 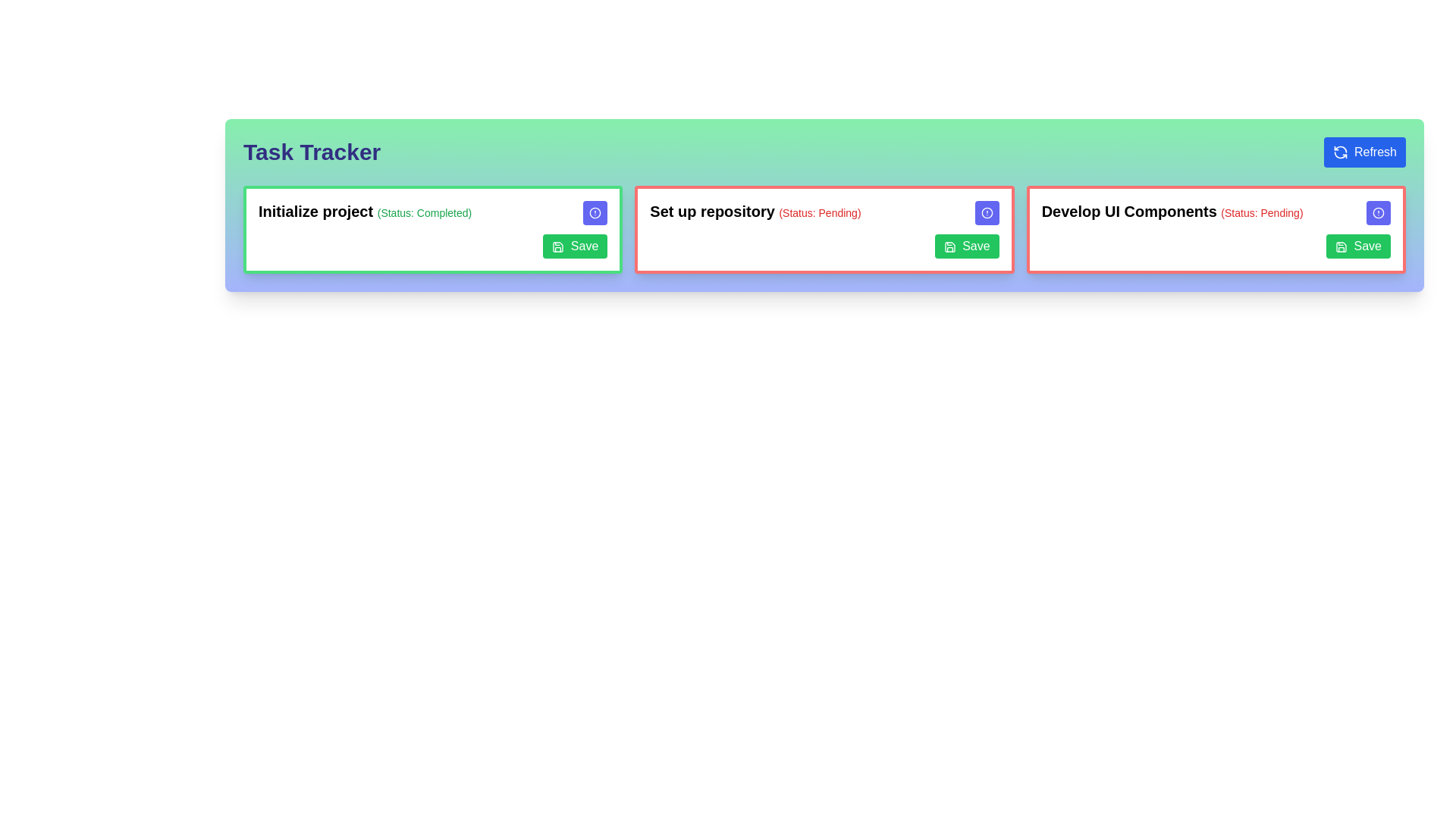 I want to click on the green 'Save' button which contains the floppy disk icon positioned towards the left side of the text 'Save', so click(x=1341, y=246).